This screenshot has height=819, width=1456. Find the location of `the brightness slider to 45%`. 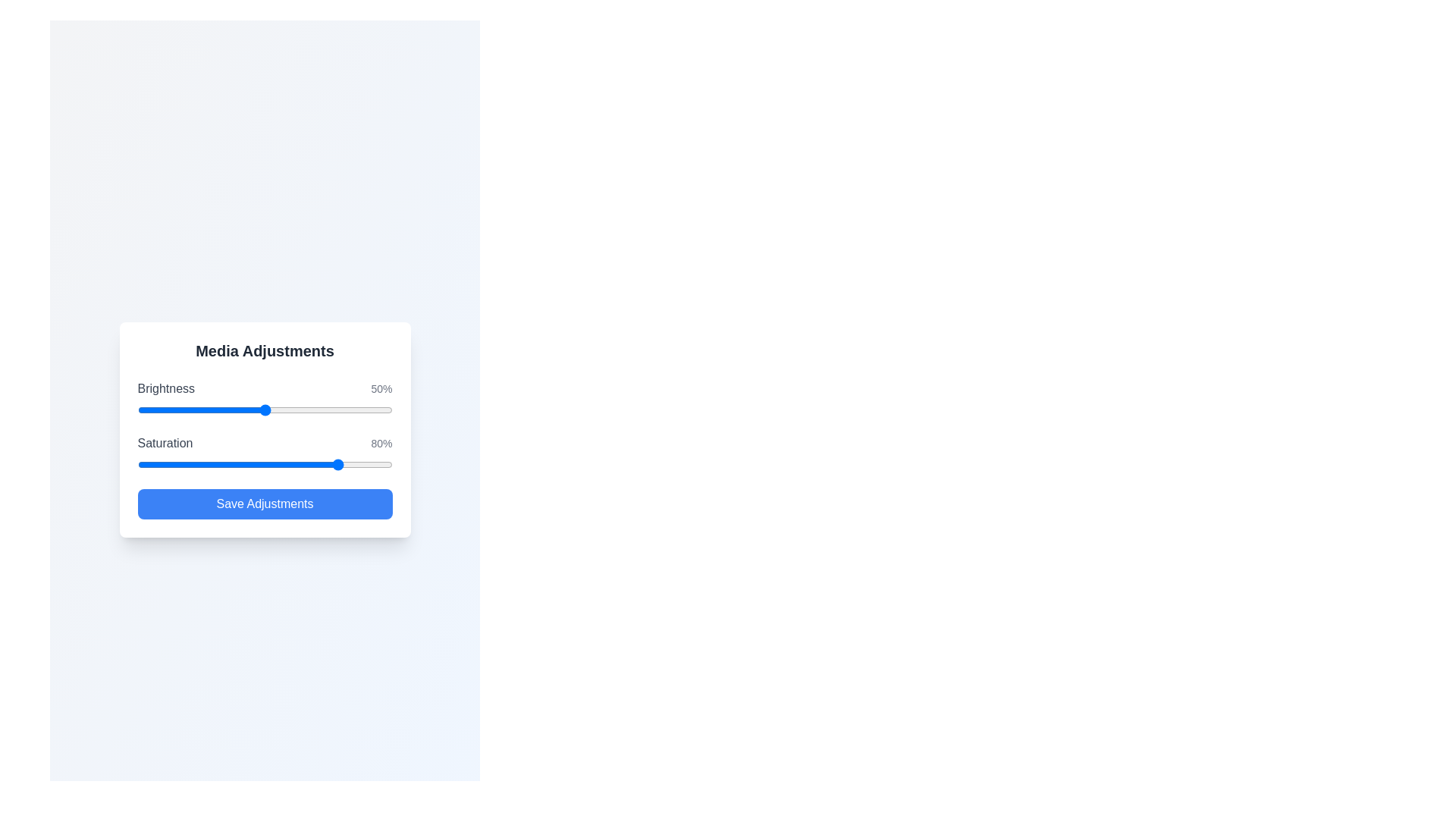

the brightness slider to 45% is located at coordinates (252, 409).